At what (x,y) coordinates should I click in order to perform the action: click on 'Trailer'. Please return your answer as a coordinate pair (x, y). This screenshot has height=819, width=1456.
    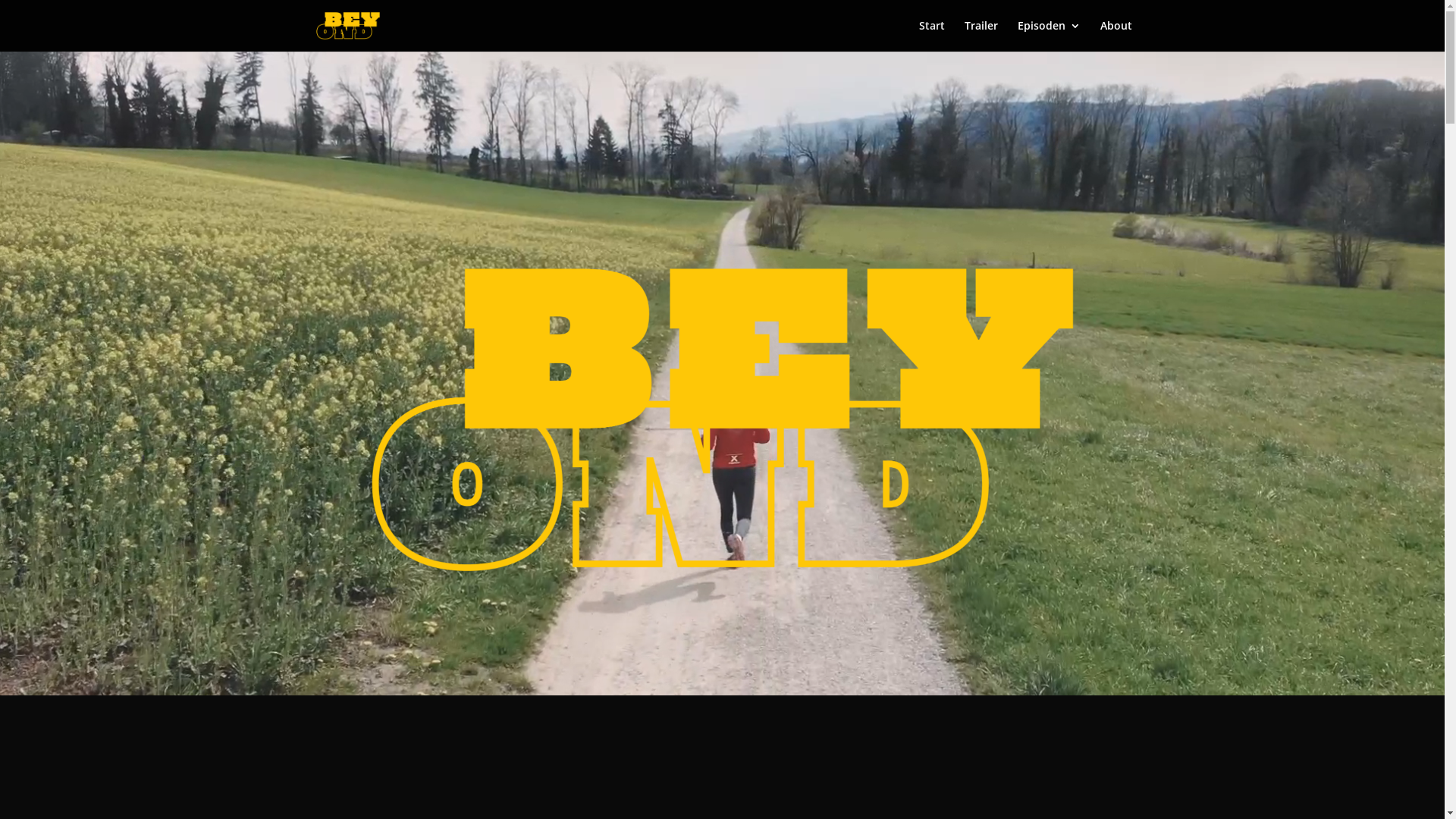
    Looking at the image, I should click on (964, 35).